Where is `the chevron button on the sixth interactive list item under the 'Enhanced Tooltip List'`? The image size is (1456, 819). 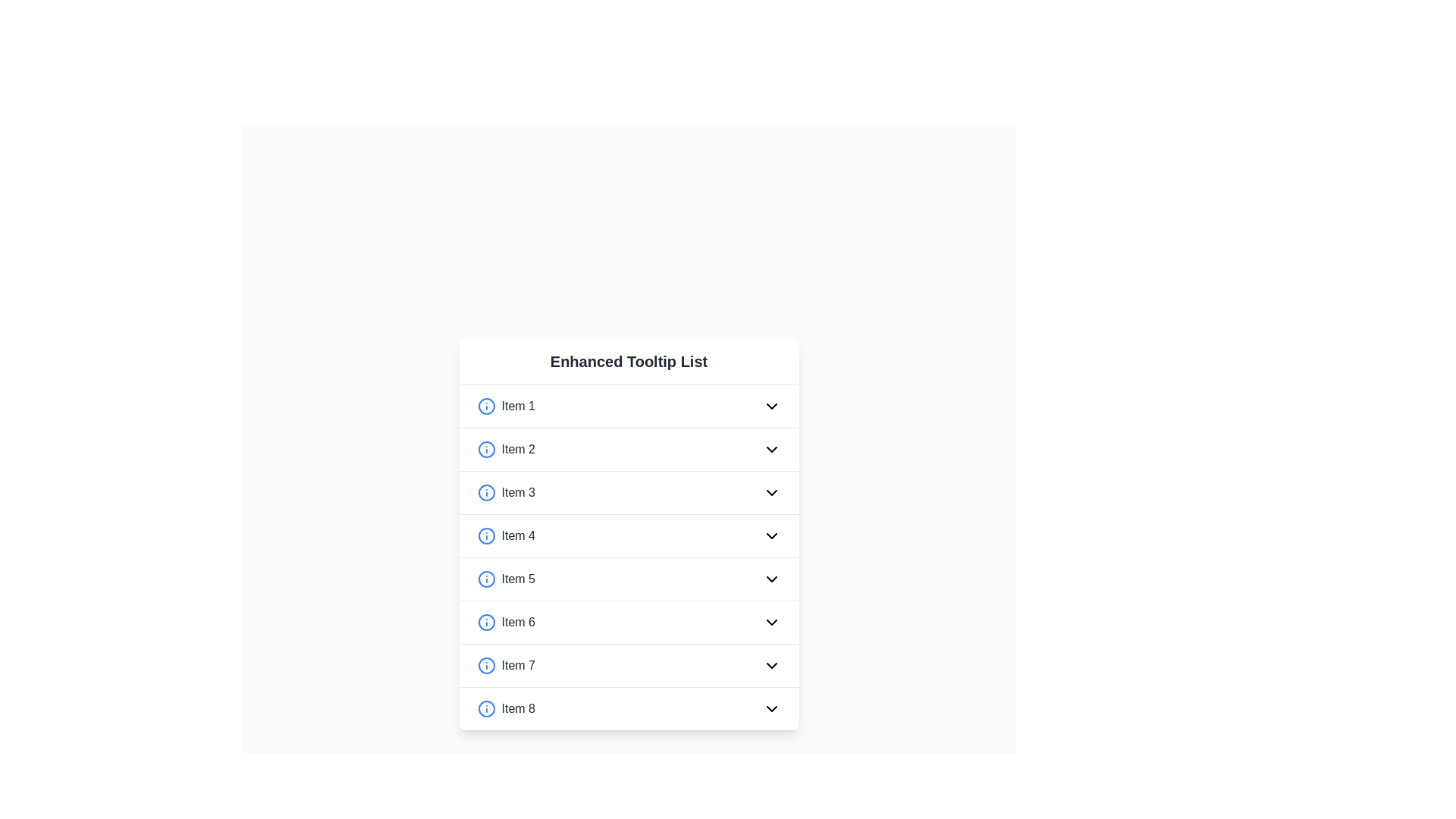 the chevron button on the sixth interactive list item under the 'Enhanced Tooltip List' is located at coordinates (629, 623).